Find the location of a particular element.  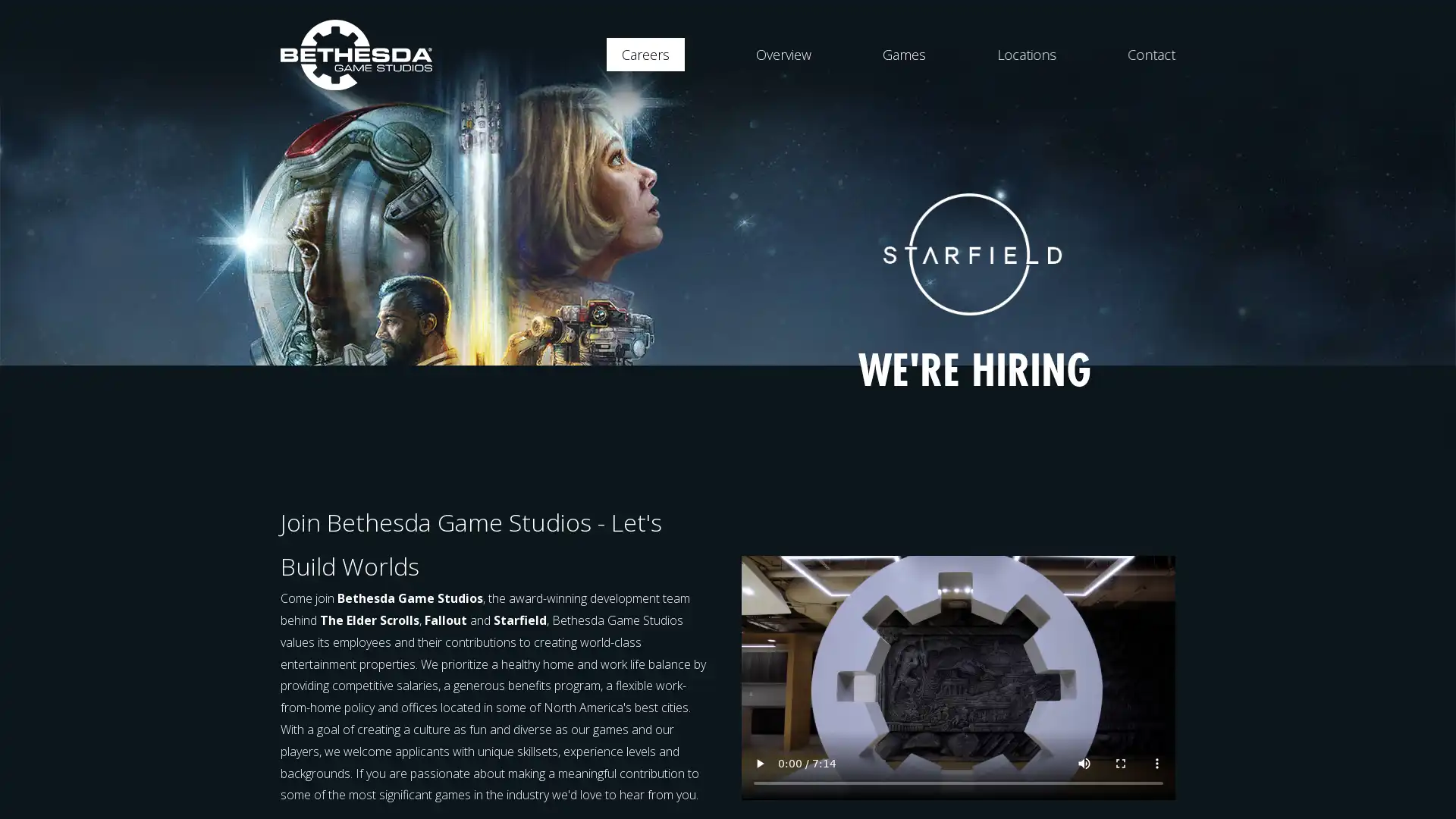

play is located at coordinates (760, 763).